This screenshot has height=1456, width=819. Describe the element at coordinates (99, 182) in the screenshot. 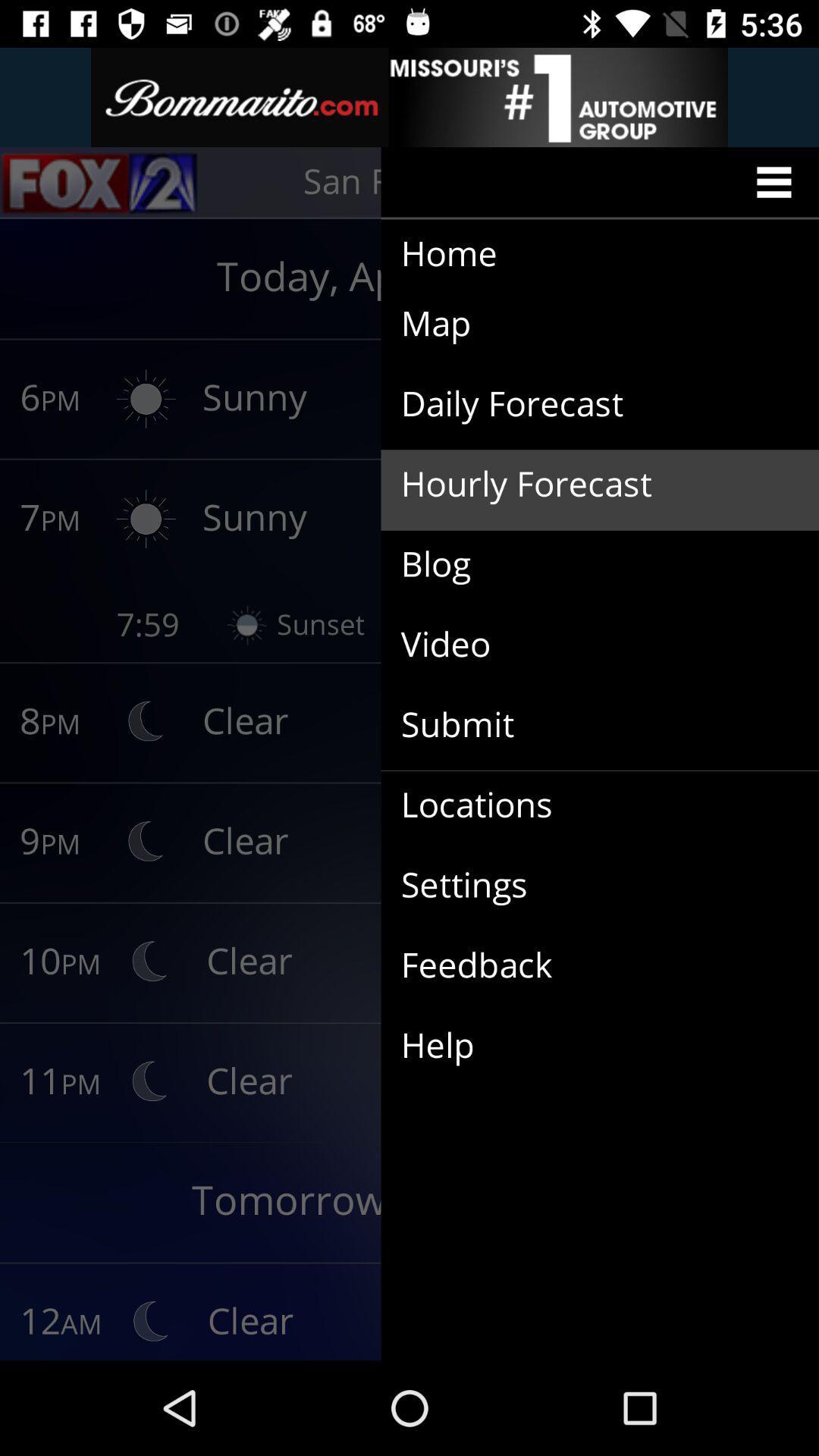

I see `the sliders icon` at that location.